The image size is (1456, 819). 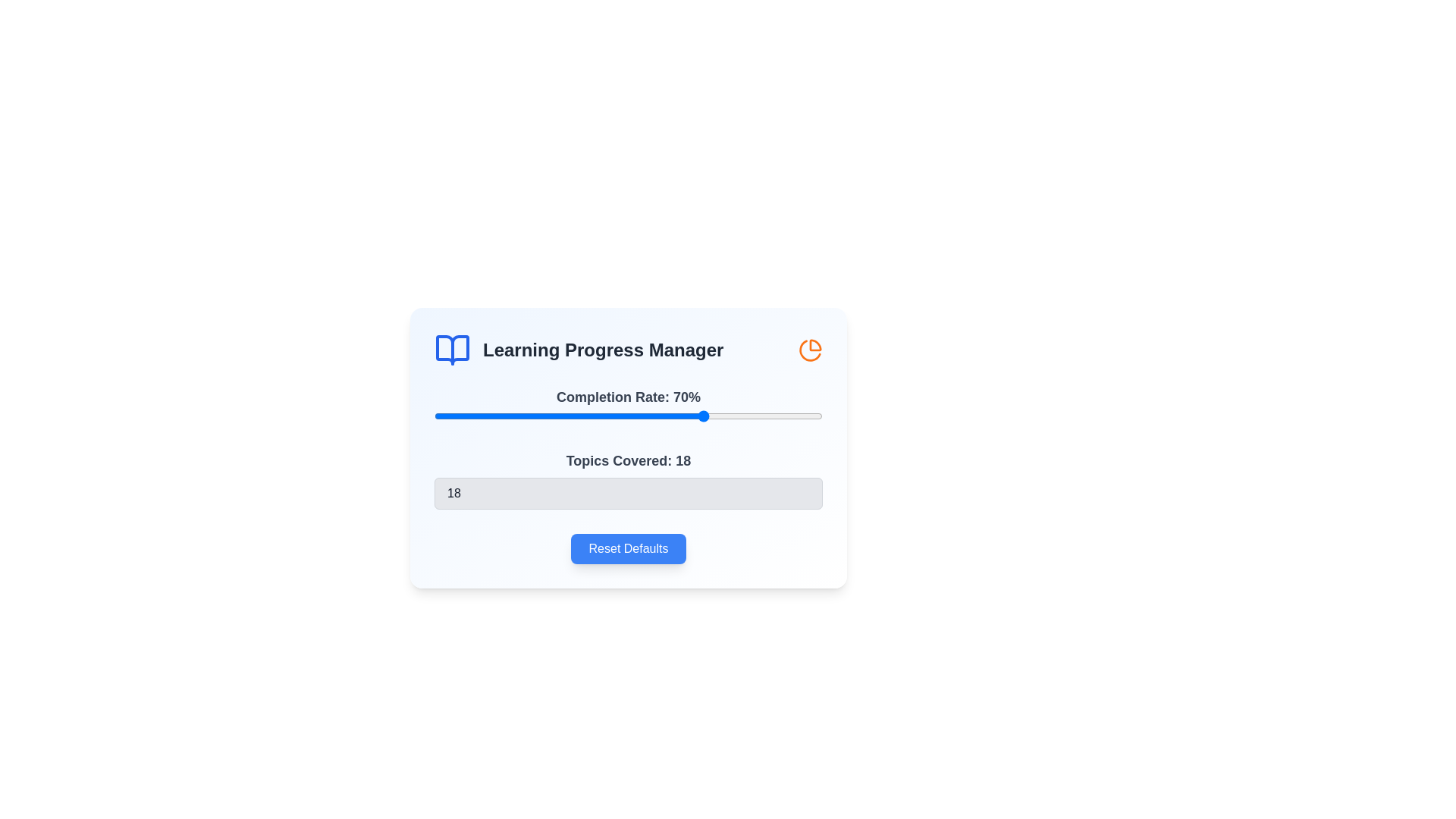 I want to click on the number of topics covered to 30 by entering the value in the input box, so click(x=629, y=494).